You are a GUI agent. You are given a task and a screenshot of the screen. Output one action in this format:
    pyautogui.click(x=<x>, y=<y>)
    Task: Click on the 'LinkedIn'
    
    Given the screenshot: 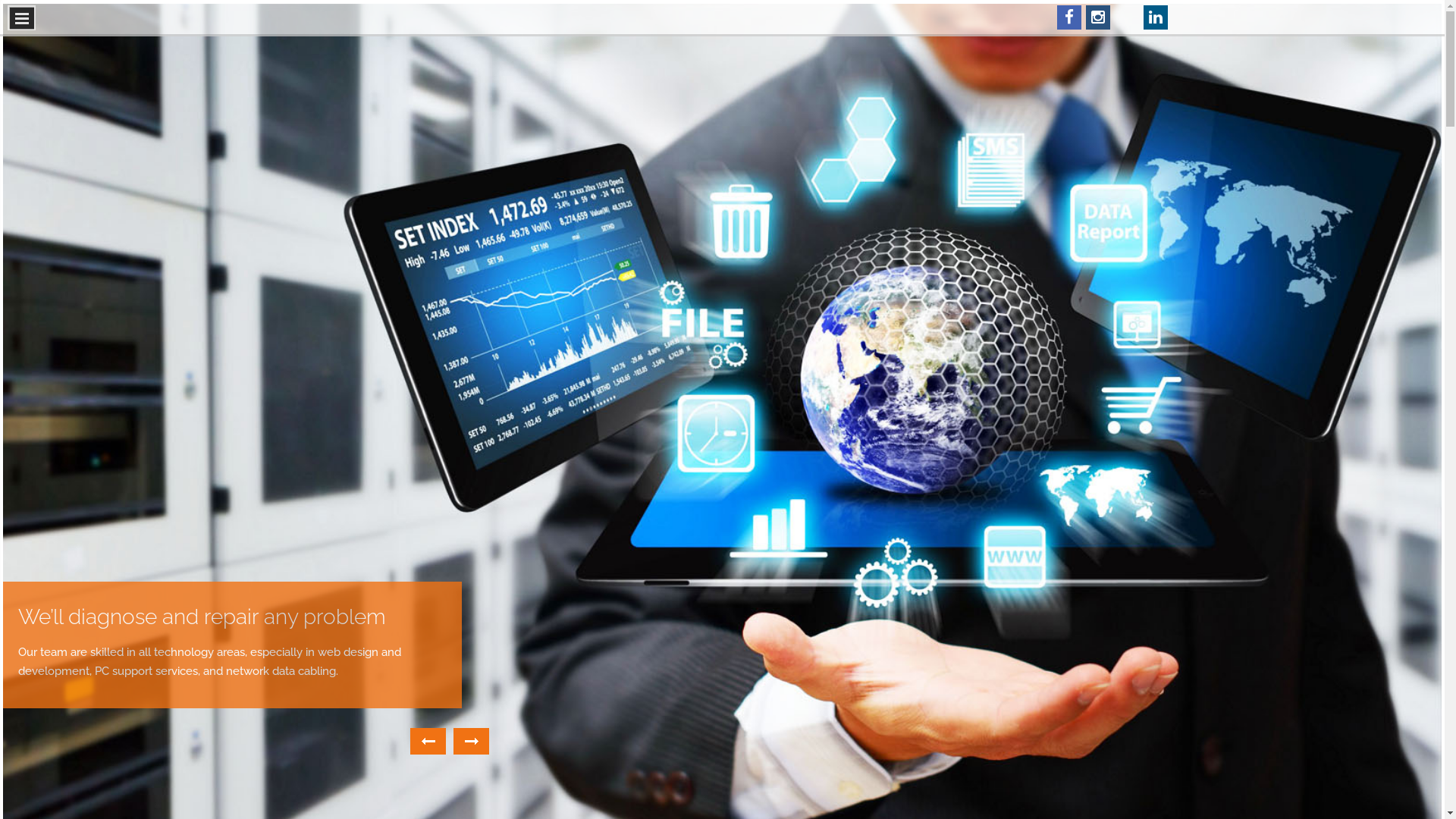 What is the action you would take?
    pyautogui.click(x=1154, y=17)
    